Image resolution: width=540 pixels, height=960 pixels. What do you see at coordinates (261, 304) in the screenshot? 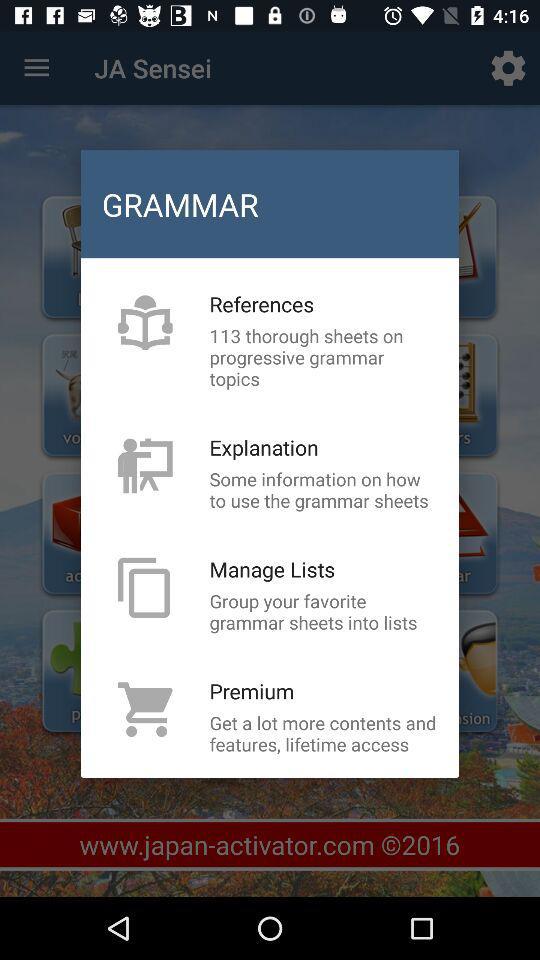
I see `item below the grammar` at bounding box center [261, 304].